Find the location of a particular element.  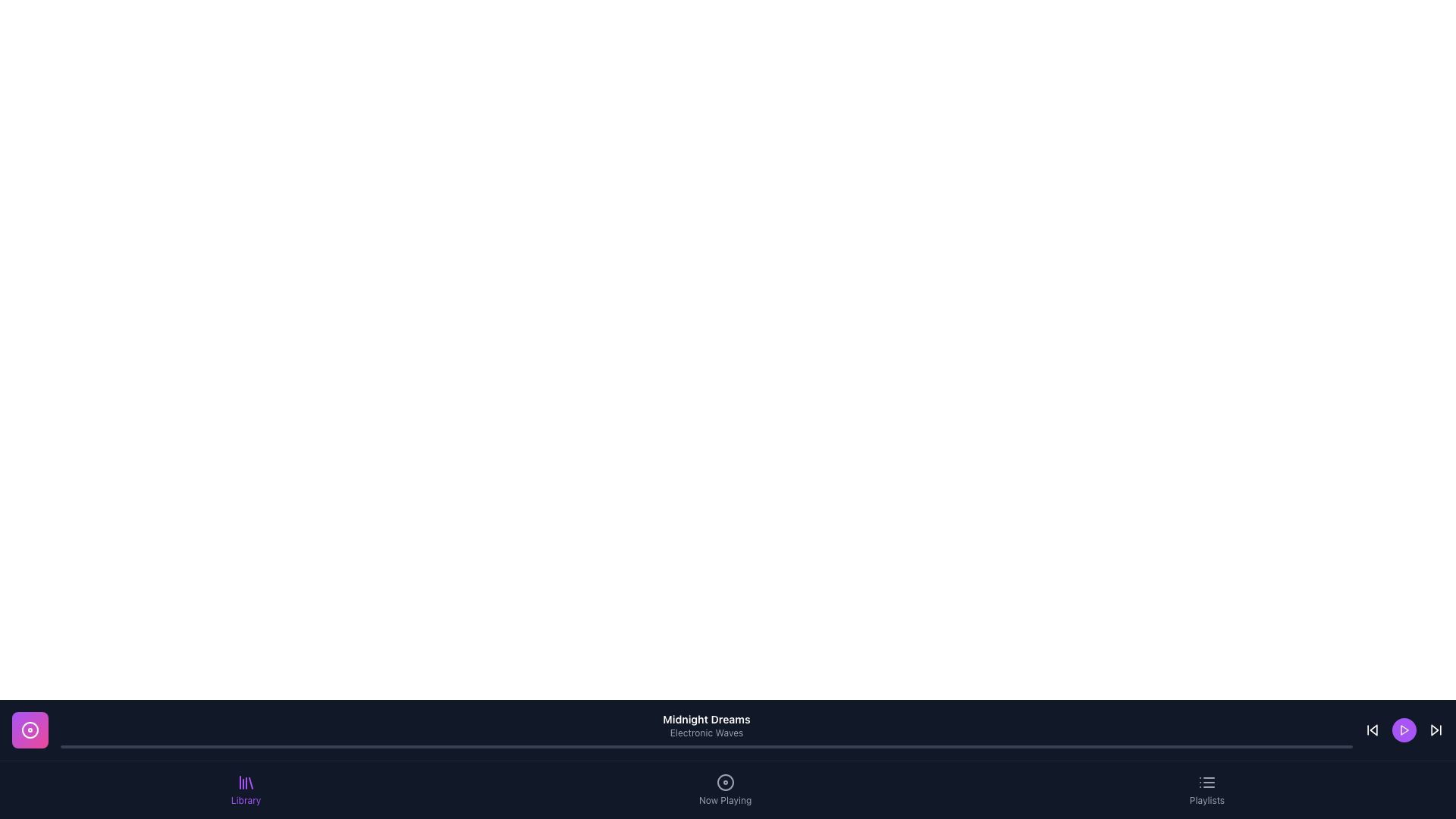

the 'Library' navigation button, which is the leftmost item in the bottom navigation bar is located at coordinates (246, 789).